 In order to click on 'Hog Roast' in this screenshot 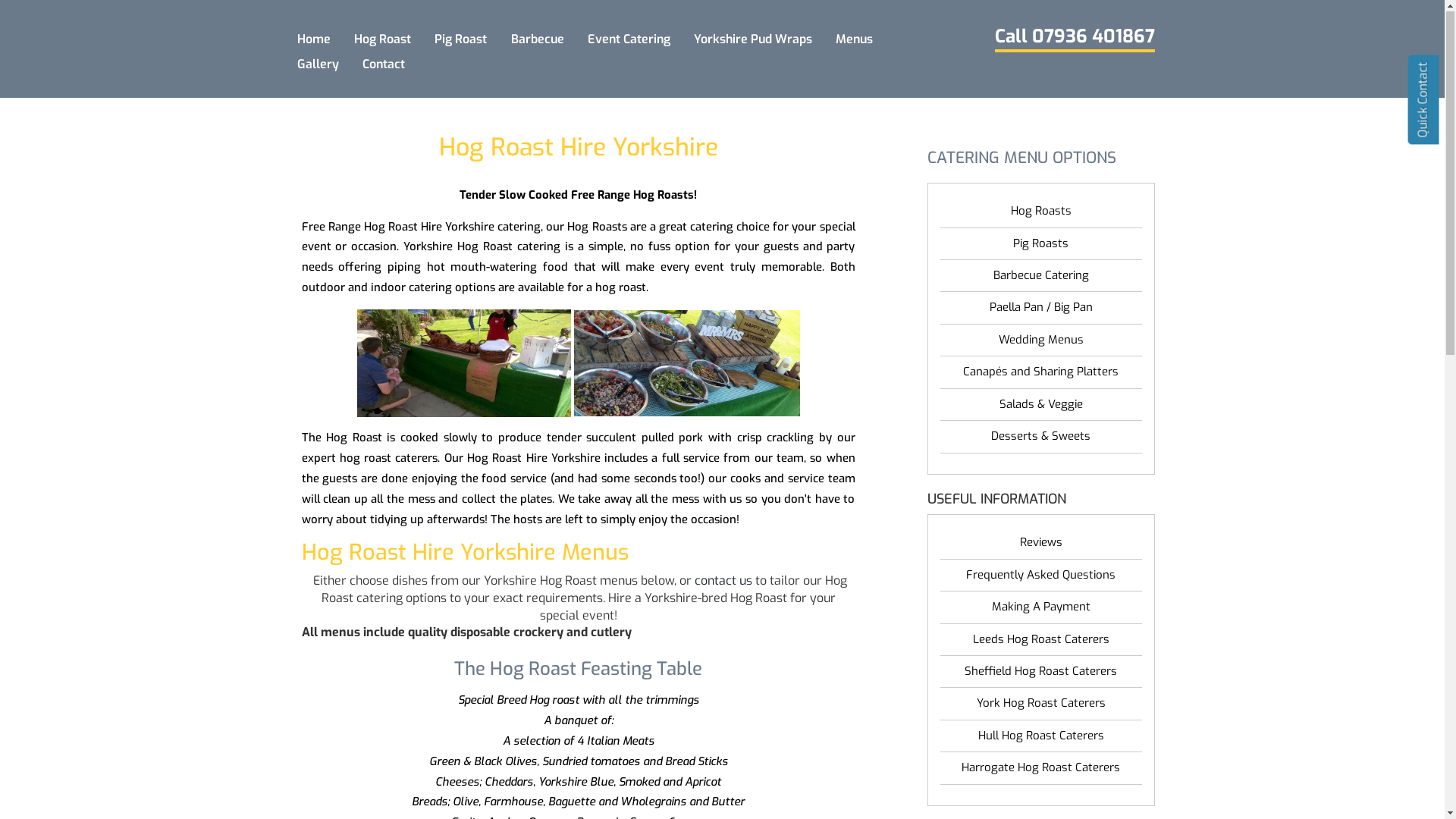, I will do `click(382, 39)`.